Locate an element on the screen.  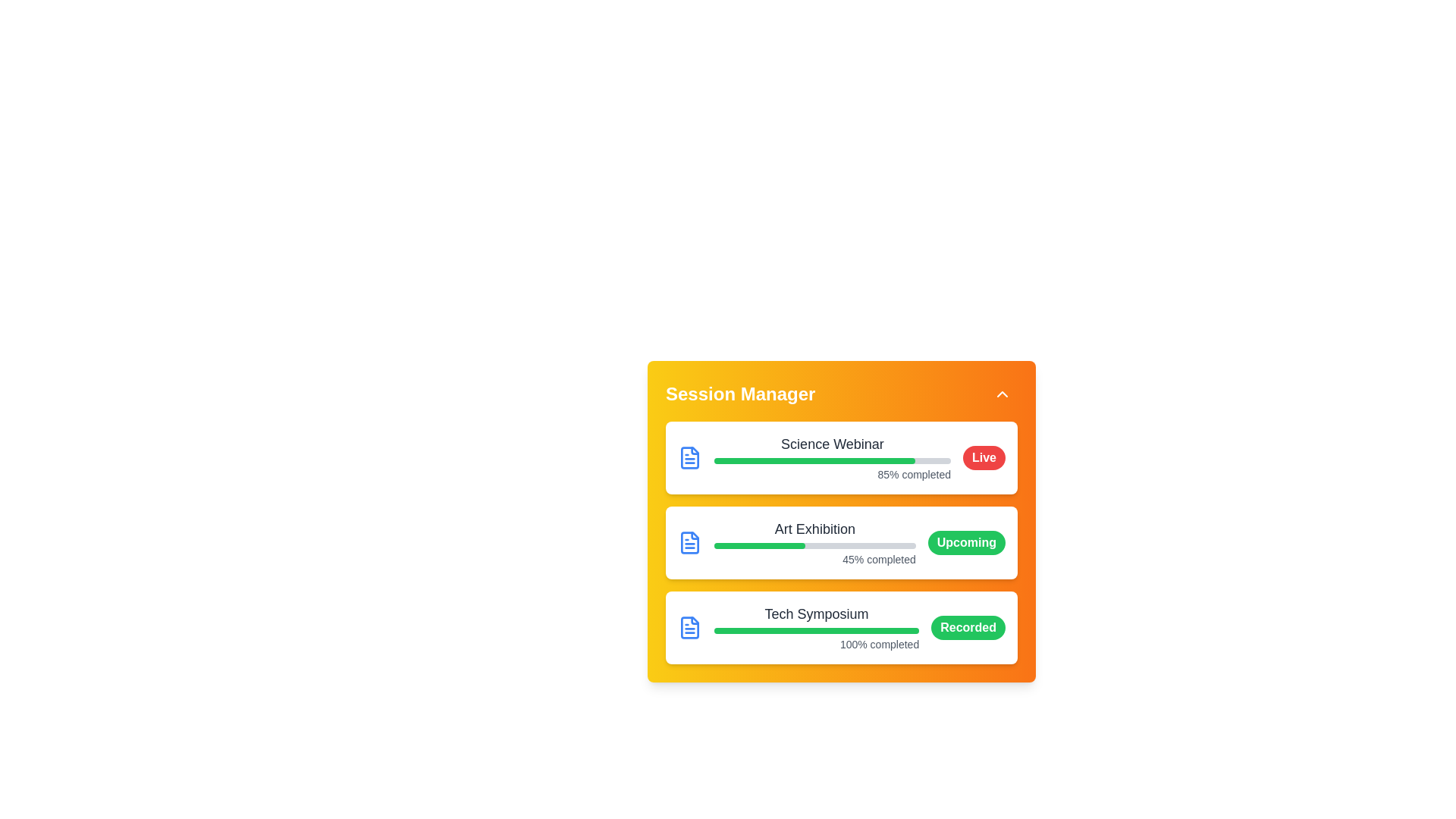
the progress bar indicating 45% completion within the 'Art Exhibition' card in the 'Session Manager' interface is located at coordinates (759, 546).